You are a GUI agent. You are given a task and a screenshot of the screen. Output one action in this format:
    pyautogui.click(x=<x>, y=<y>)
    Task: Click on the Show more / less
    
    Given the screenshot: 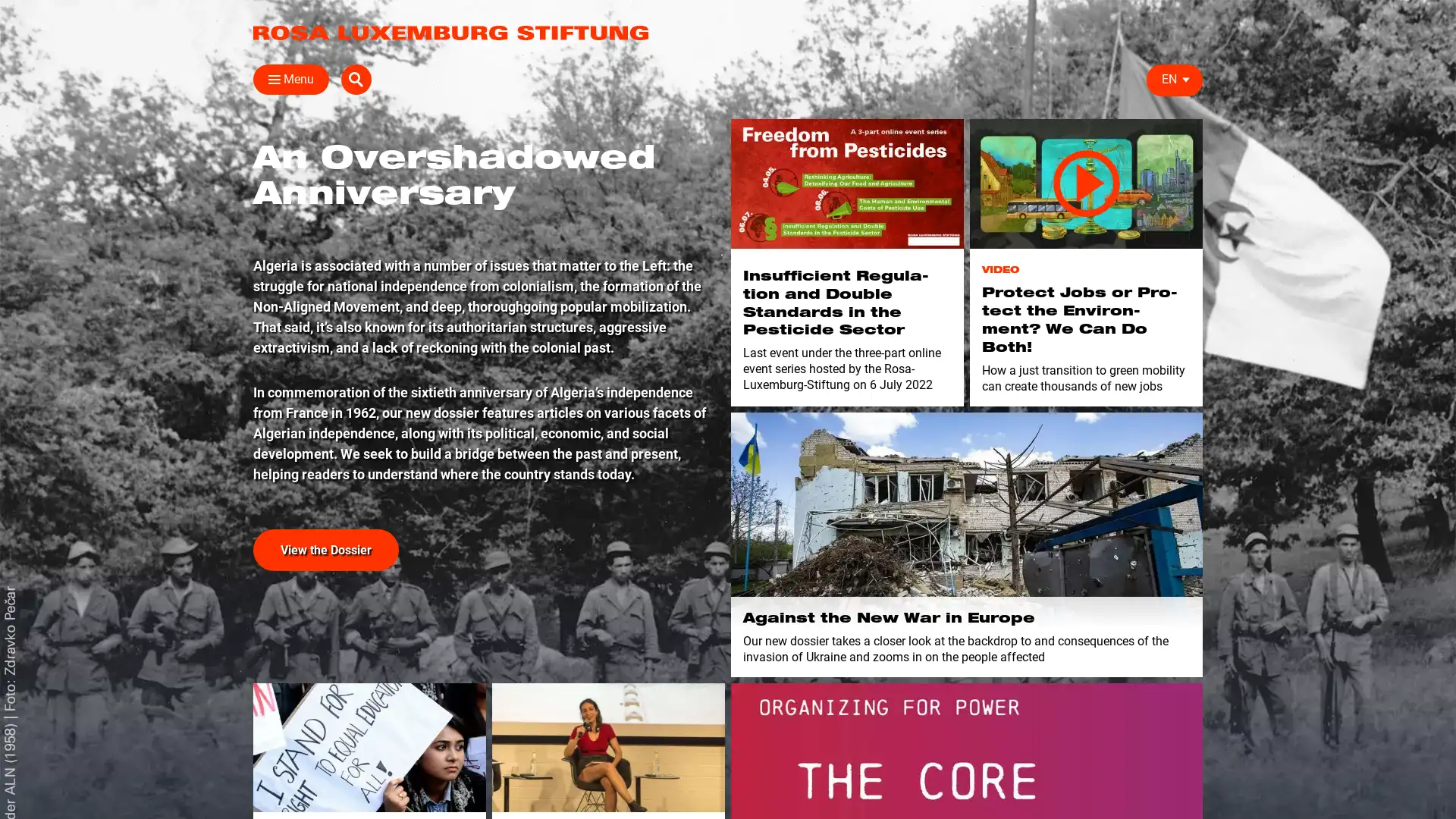 What is the action you would take?
    pyautogui.click(x=874, y=275)
    